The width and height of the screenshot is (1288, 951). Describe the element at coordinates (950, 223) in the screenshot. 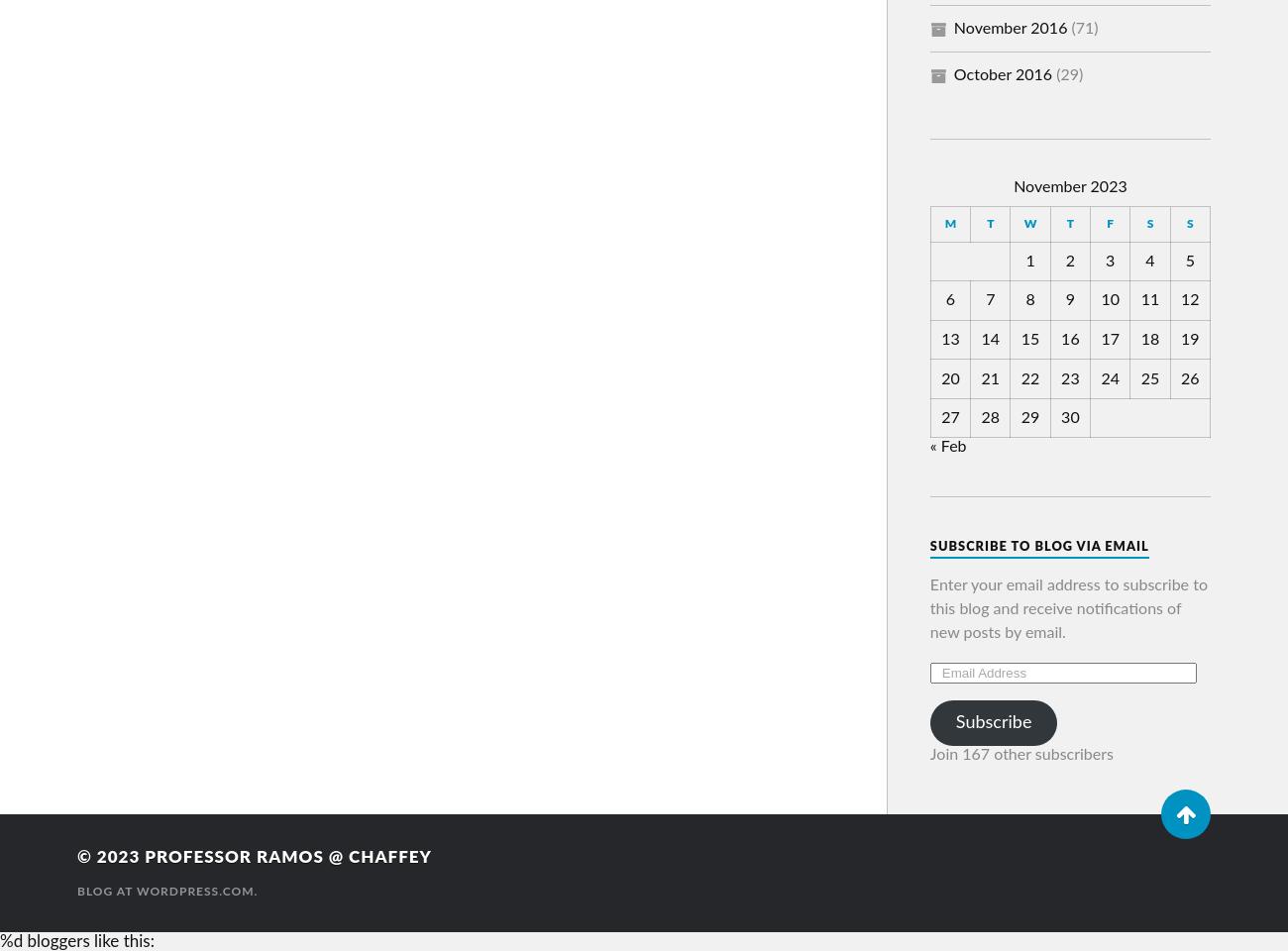

I see `'M'` at that location.